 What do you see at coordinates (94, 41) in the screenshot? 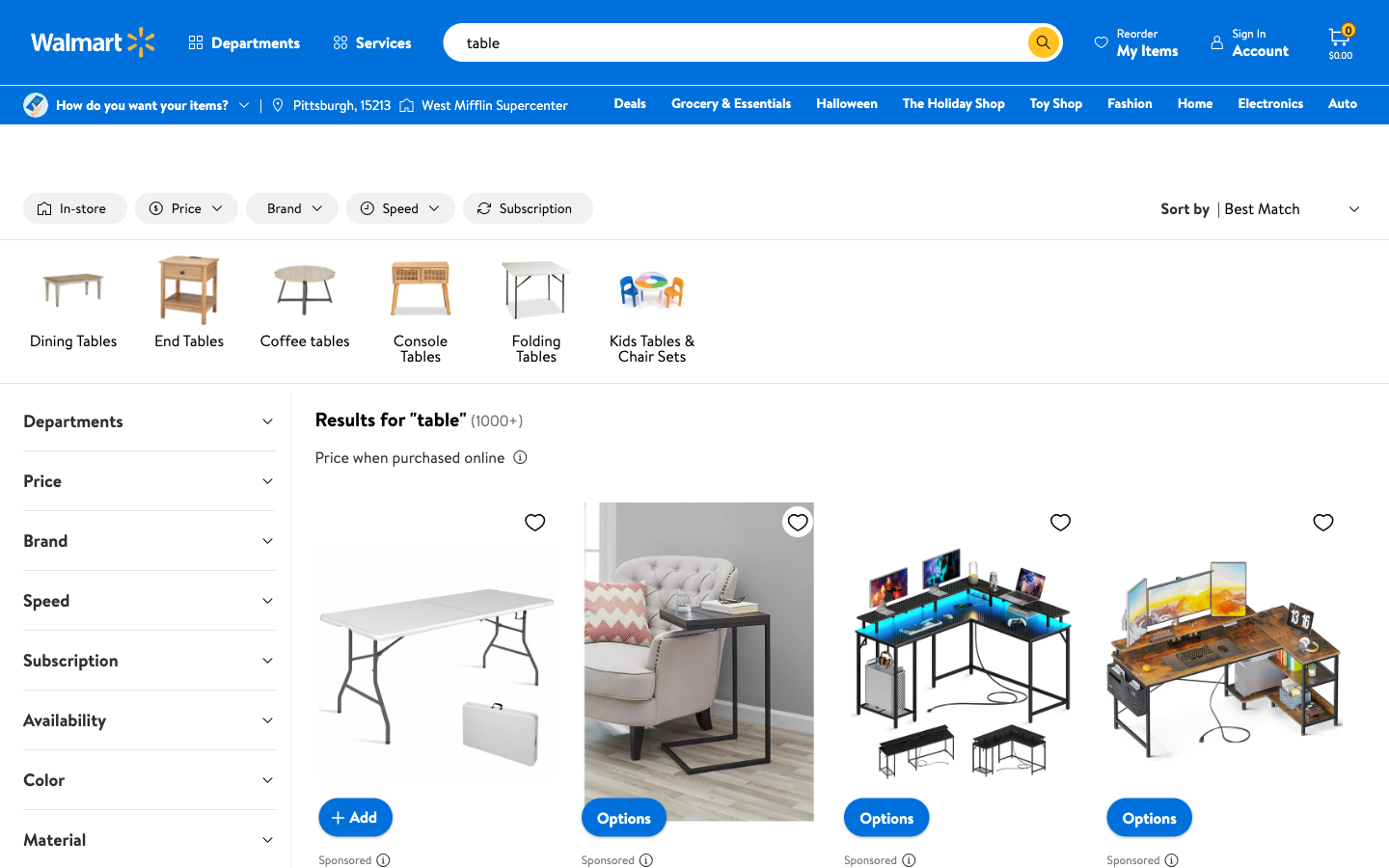
I see `Tap on the Walmart emblem to return to the main page` at bounding box center [94, 41].